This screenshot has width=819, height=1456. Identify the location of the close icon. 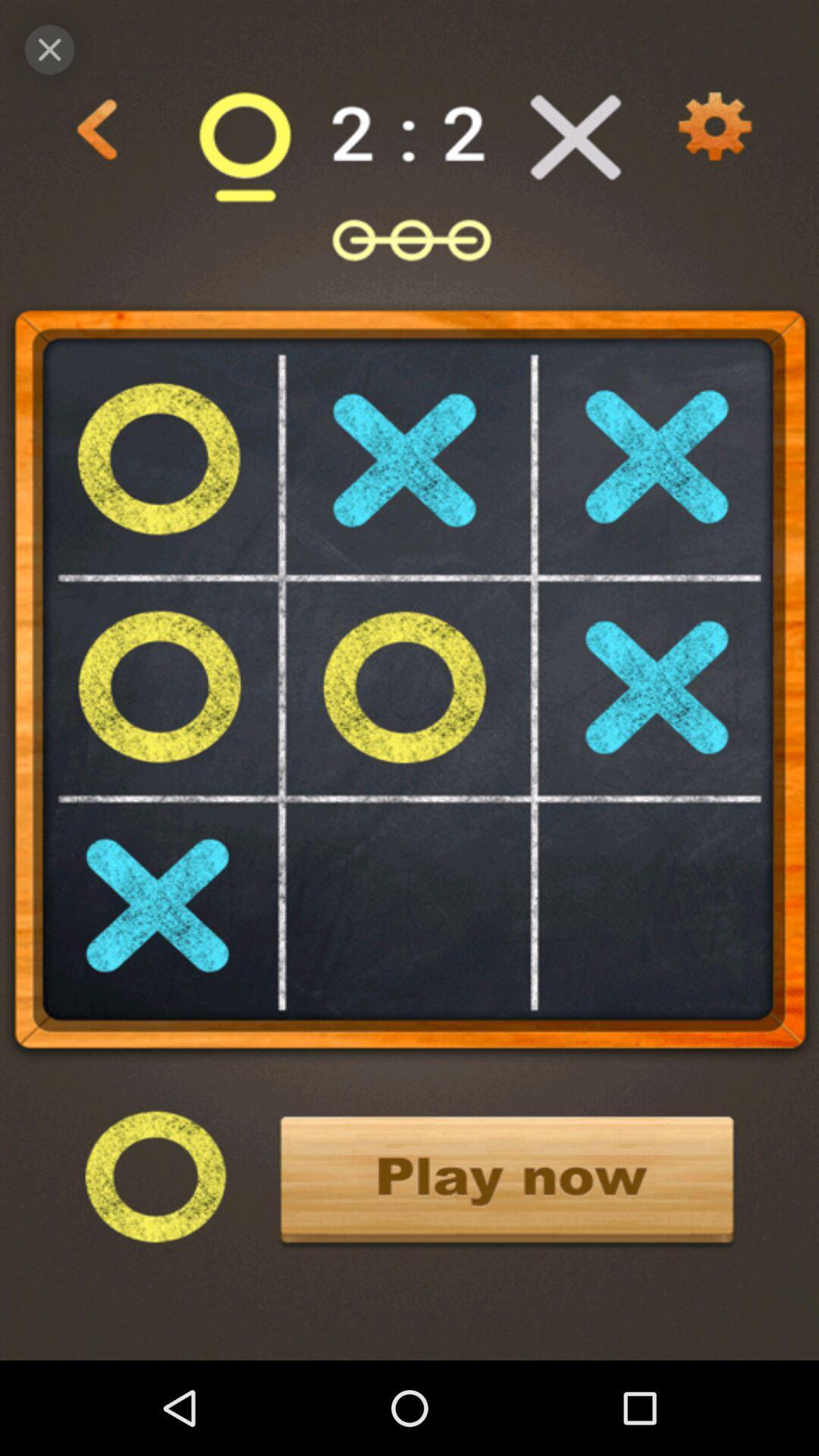
(49, 49).